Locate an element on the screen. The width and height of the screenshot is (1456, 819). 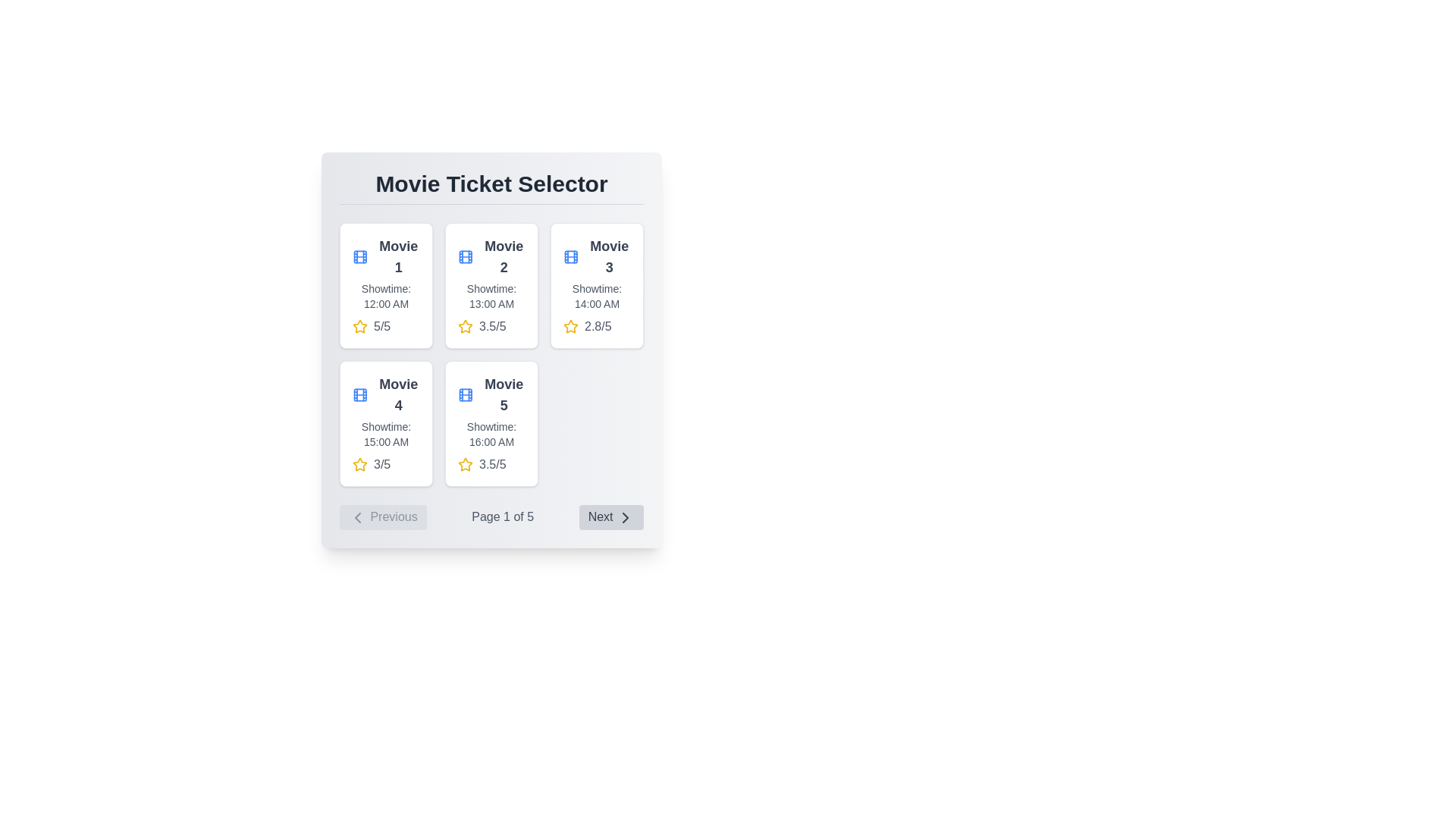
the blue movie icon located to the left of the text 'Movie 5' in the fifth movie card to interact with the associated card is located at coordinates (465, 394).